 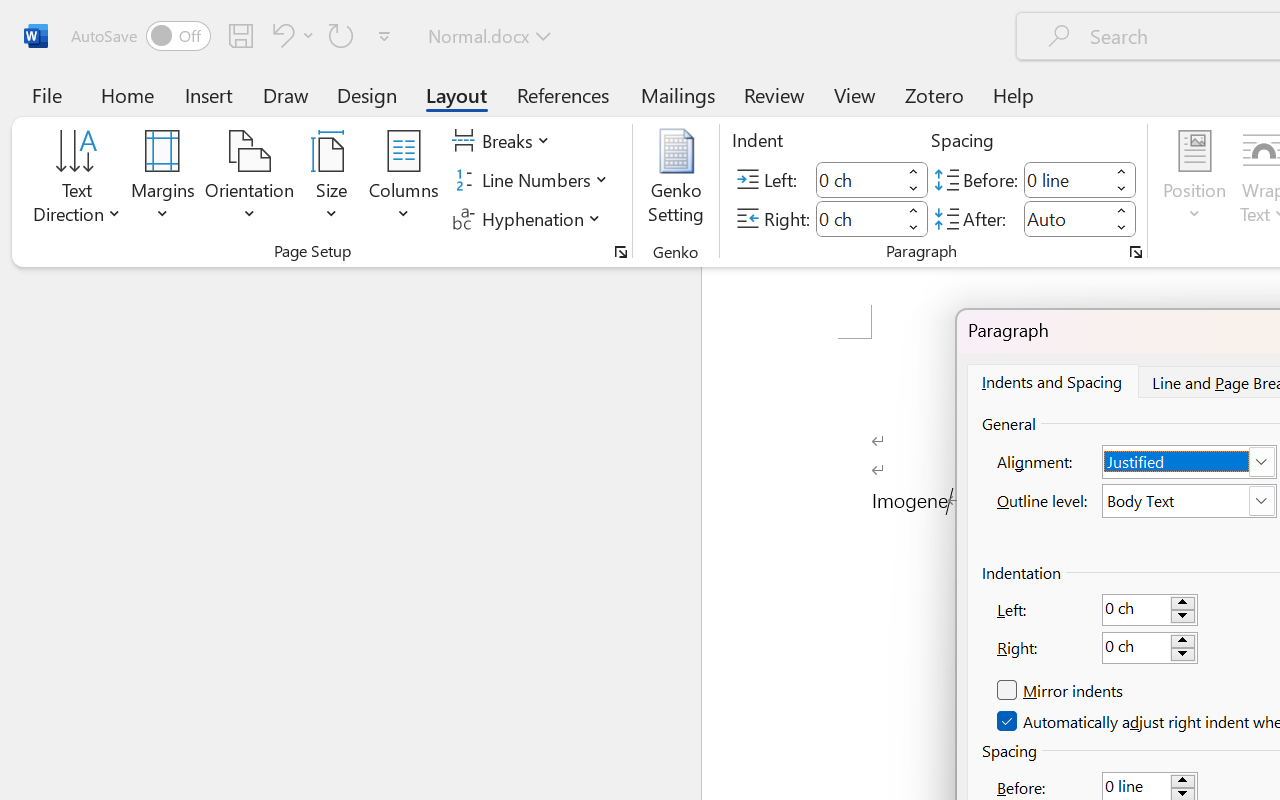 I want to click on 'Left:', so click(x=1150, y=609).